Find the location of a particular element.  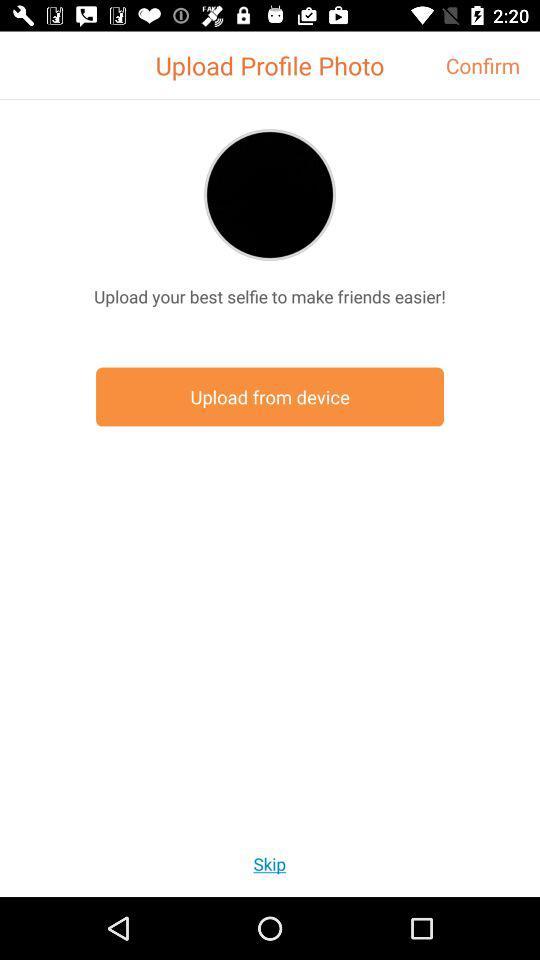

the app above the skip is located at coordinates (270, 396).